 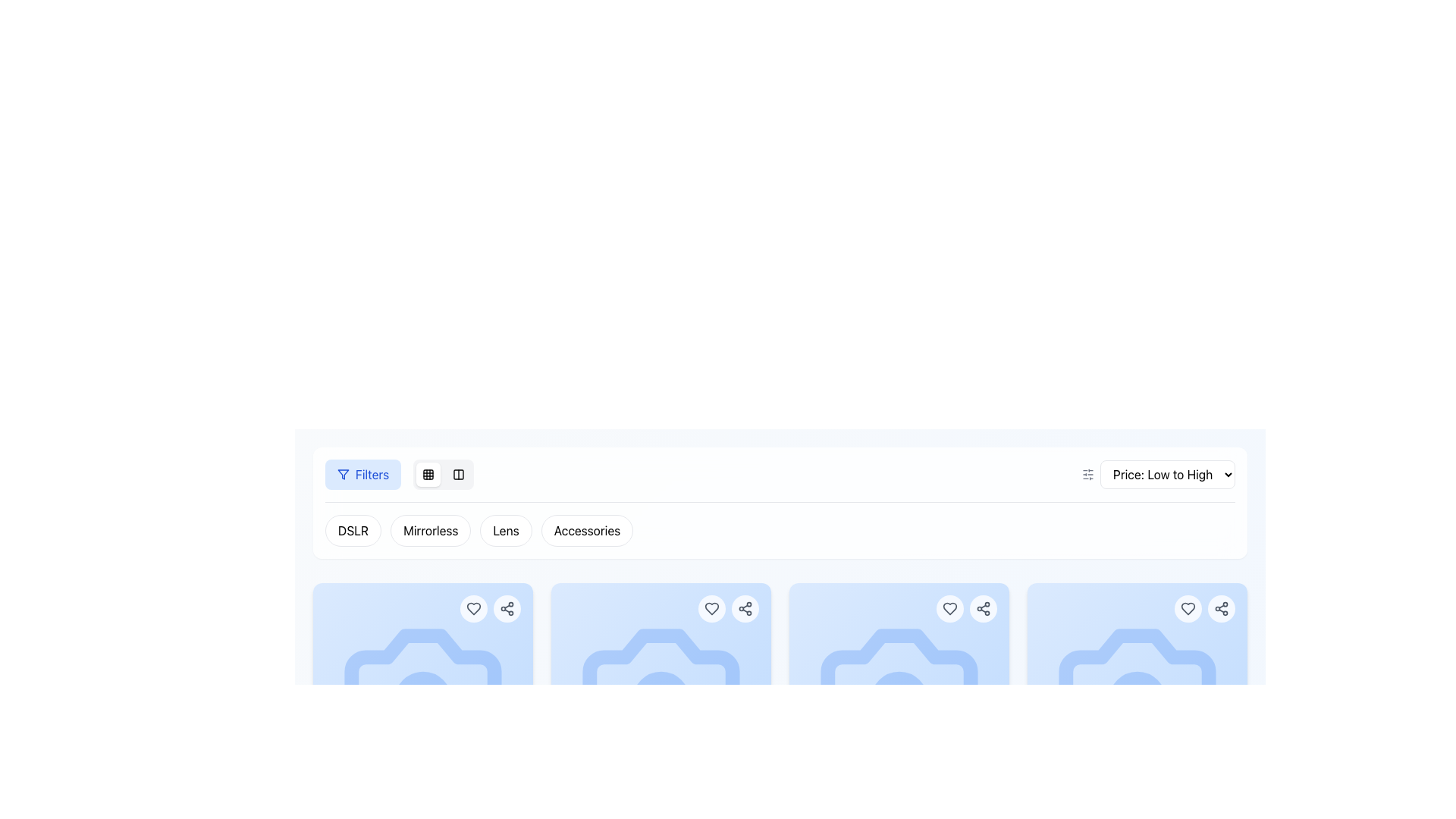 I want to click on the circular button with a sharing link icon located at the top right corner of the image section to change its background color, so click(x=745, y=607).